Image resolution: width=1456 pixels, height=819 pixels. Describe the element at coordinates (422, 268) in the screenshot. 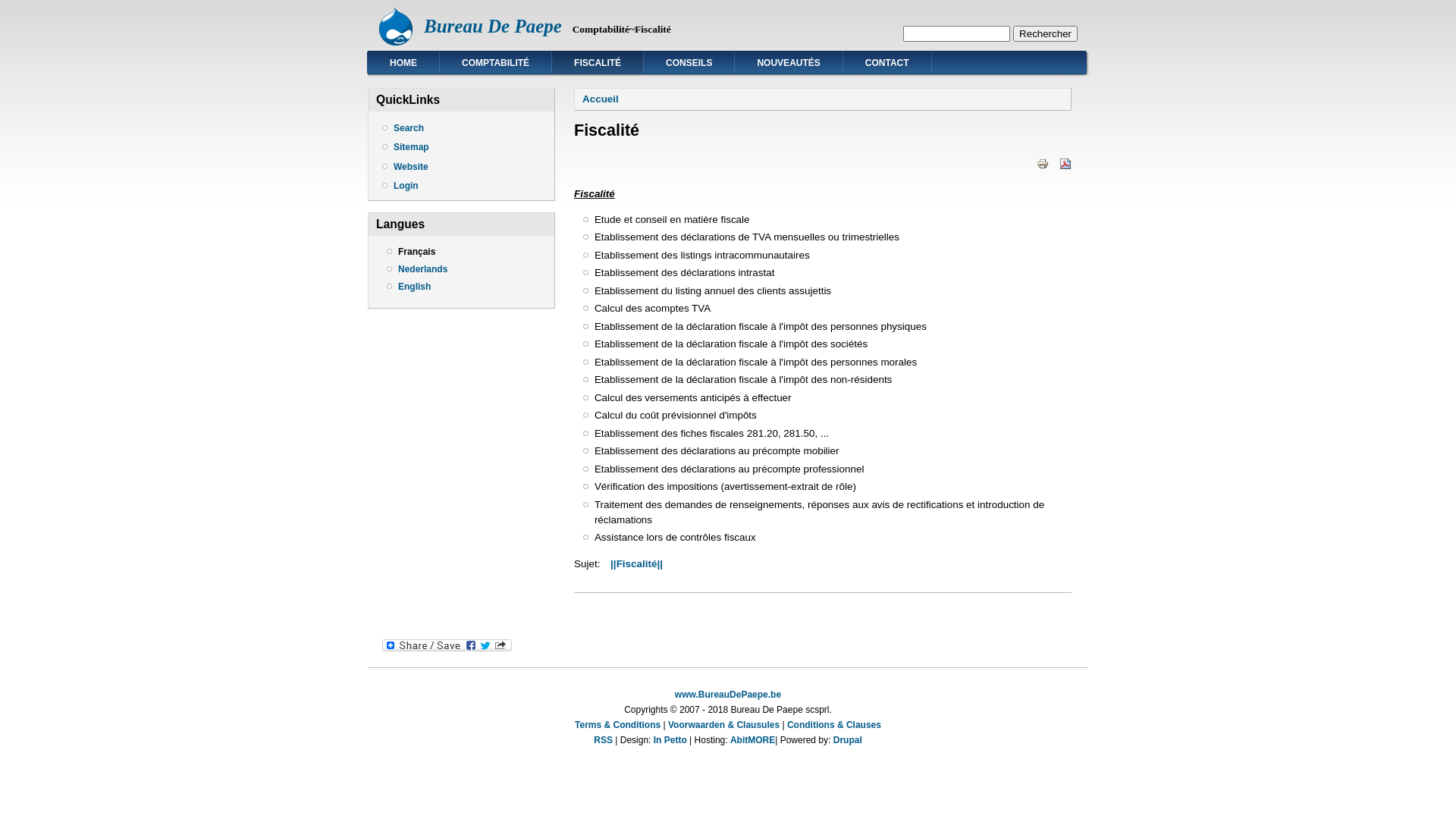

I see `'Nederlands'` at that location.